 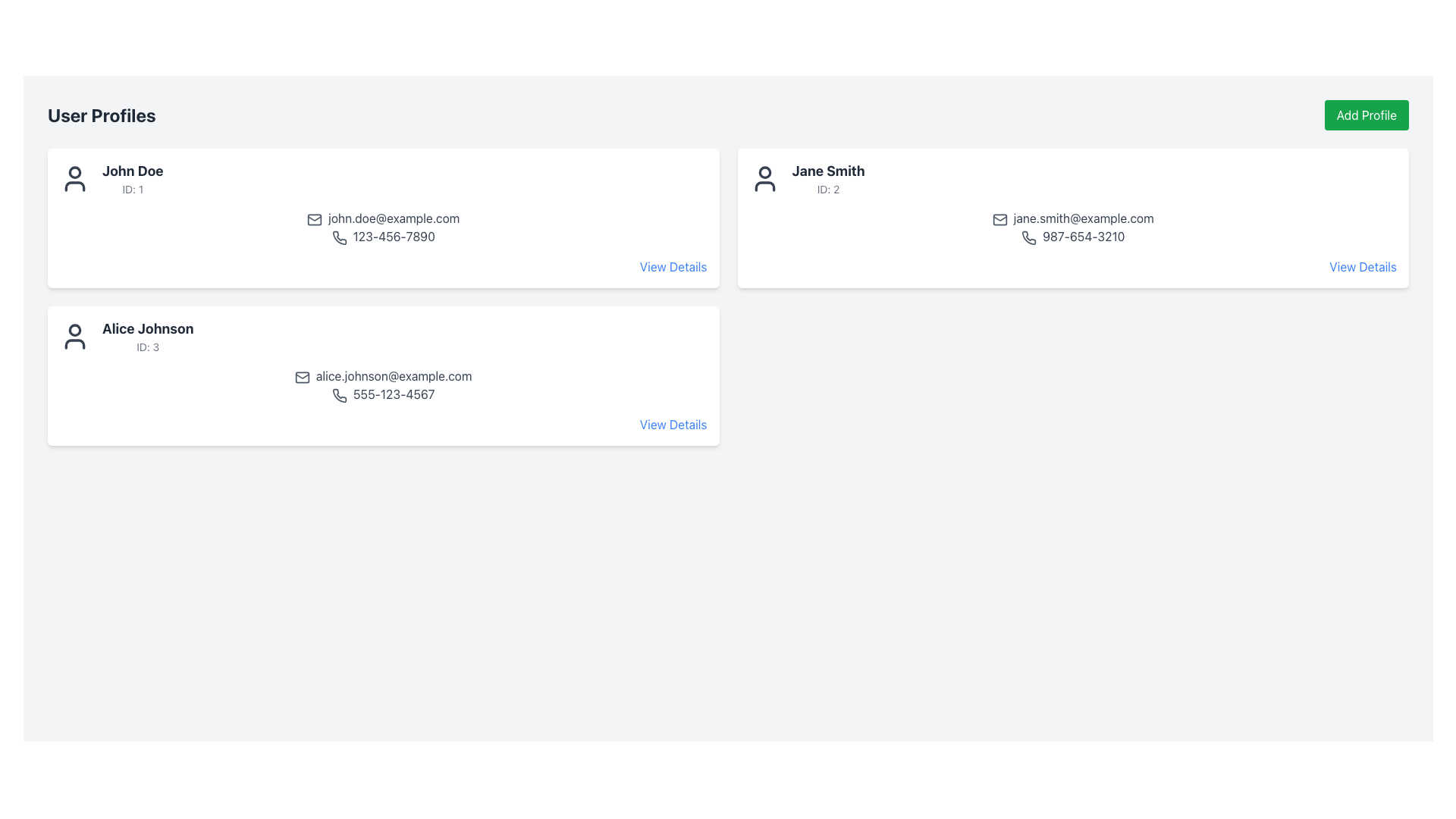 I want to click on name 'Jane Smith' and ID 'ID: 2' displayed in bold, large, dark gray text on the user profile information card, located at the top left corner of the card, so click(x=827, y=177).